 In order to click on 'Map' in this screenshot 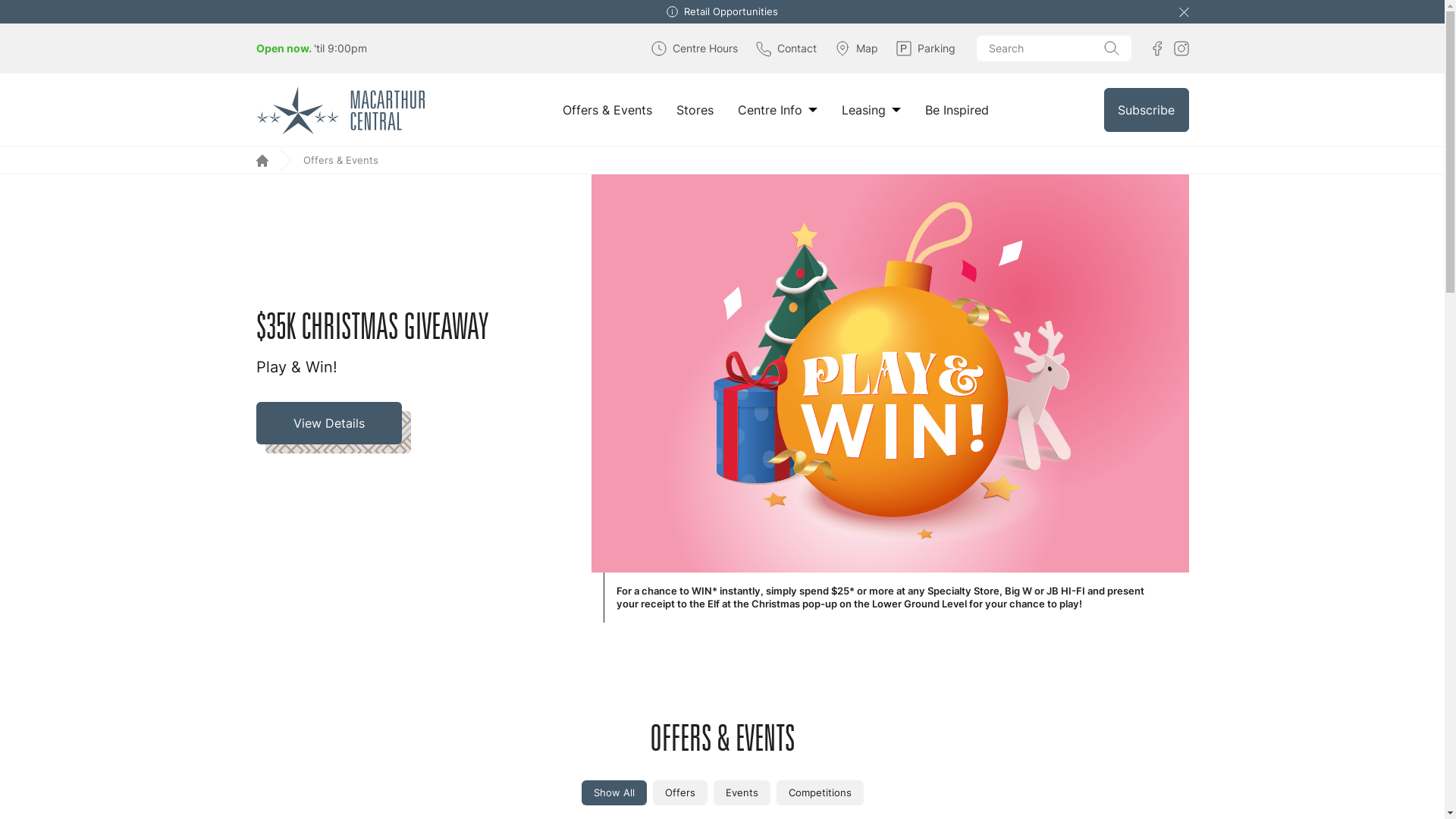, I will do `click(833, 48)`.